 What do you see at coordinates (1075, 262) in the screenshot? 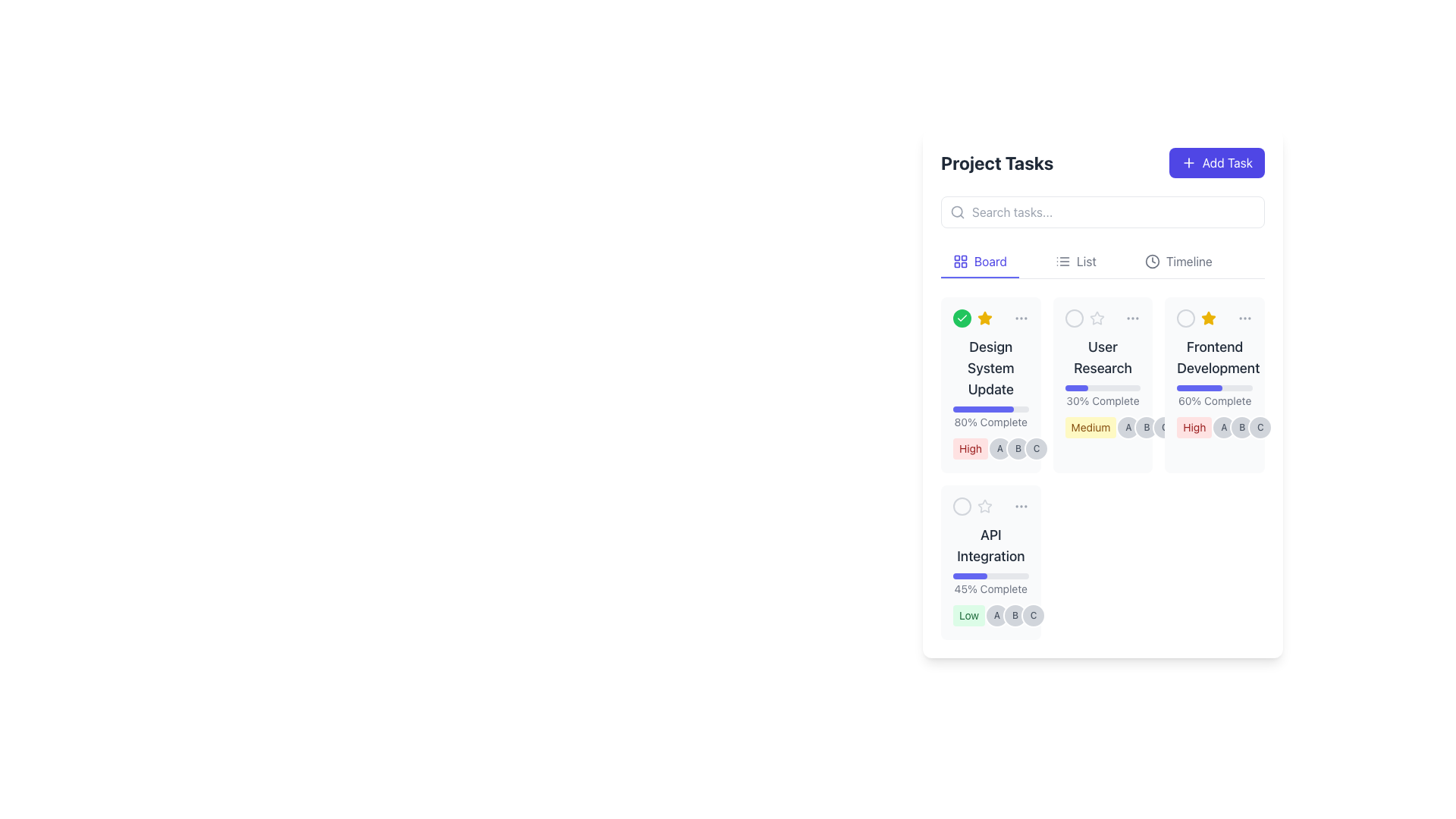
I see `the 'List' menu item in the tab-like navigation bar` at bounding box center [1075, 262].